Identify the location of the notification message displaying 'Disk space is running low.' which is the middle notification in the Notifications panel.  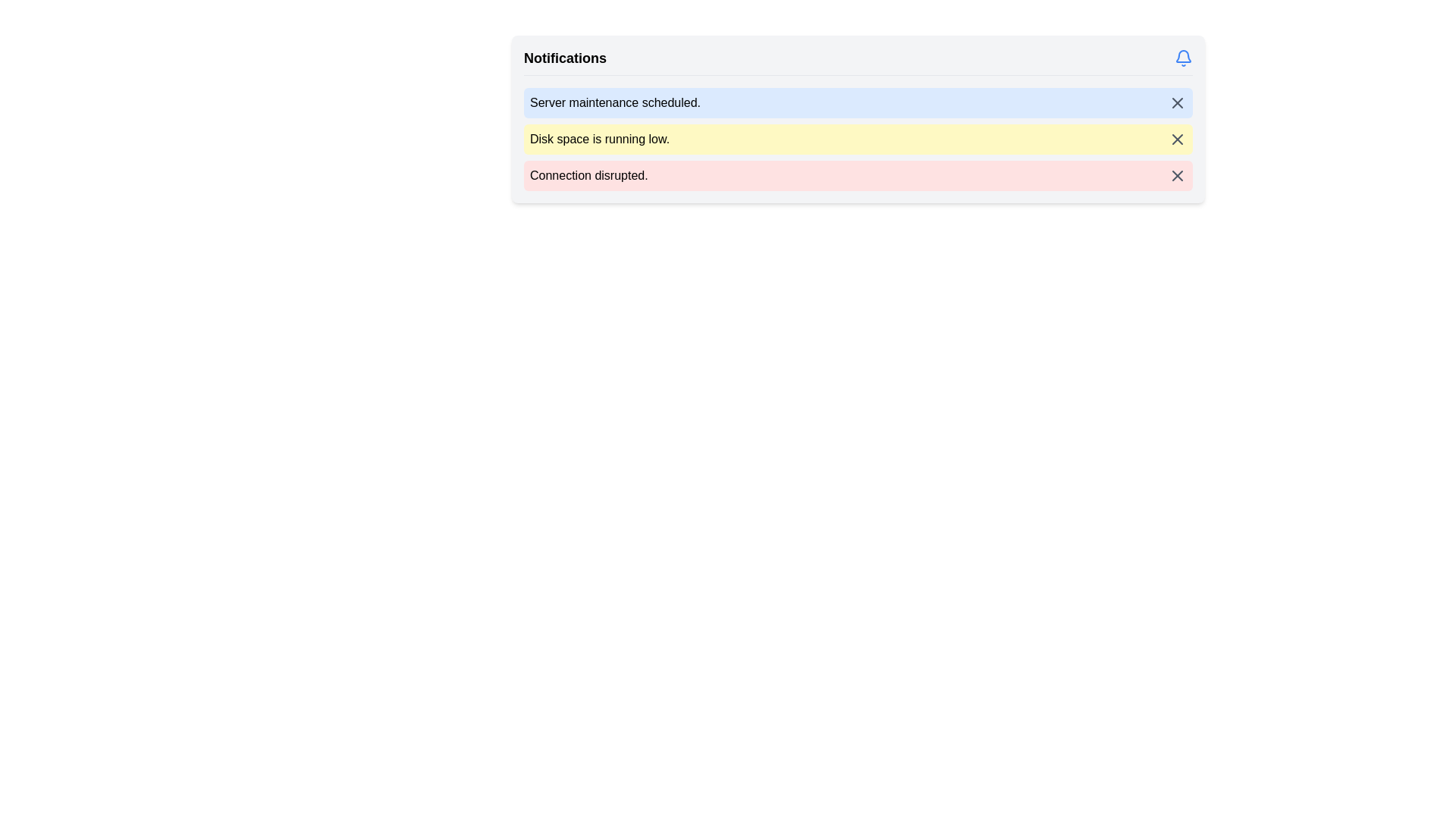
(858, 140).